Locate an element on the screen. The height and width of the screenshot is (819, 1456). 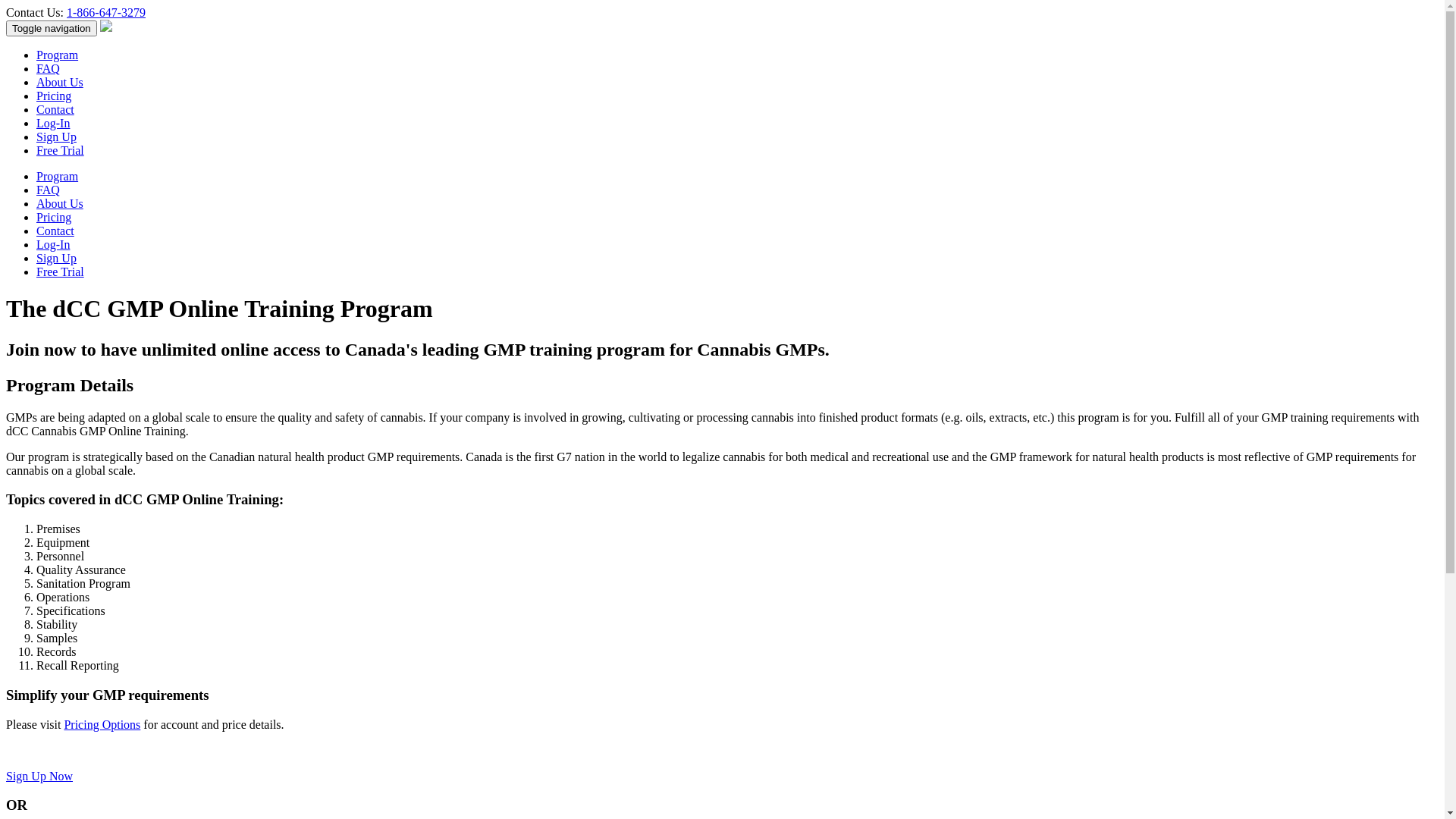
'Log-In' is located at coordinates (53, 243).